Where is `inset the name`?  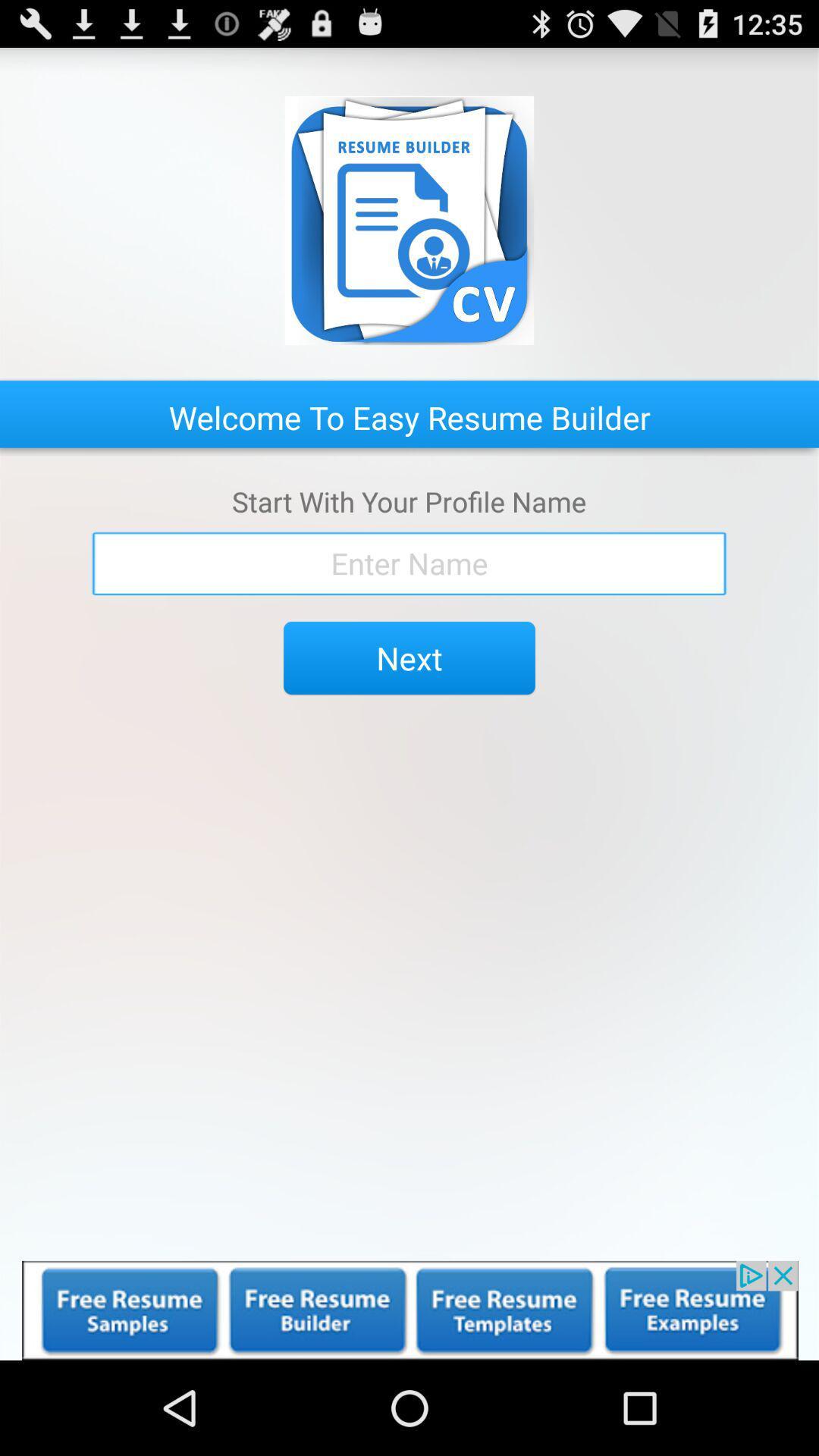
inset the name is located at coordinates (409, 563).